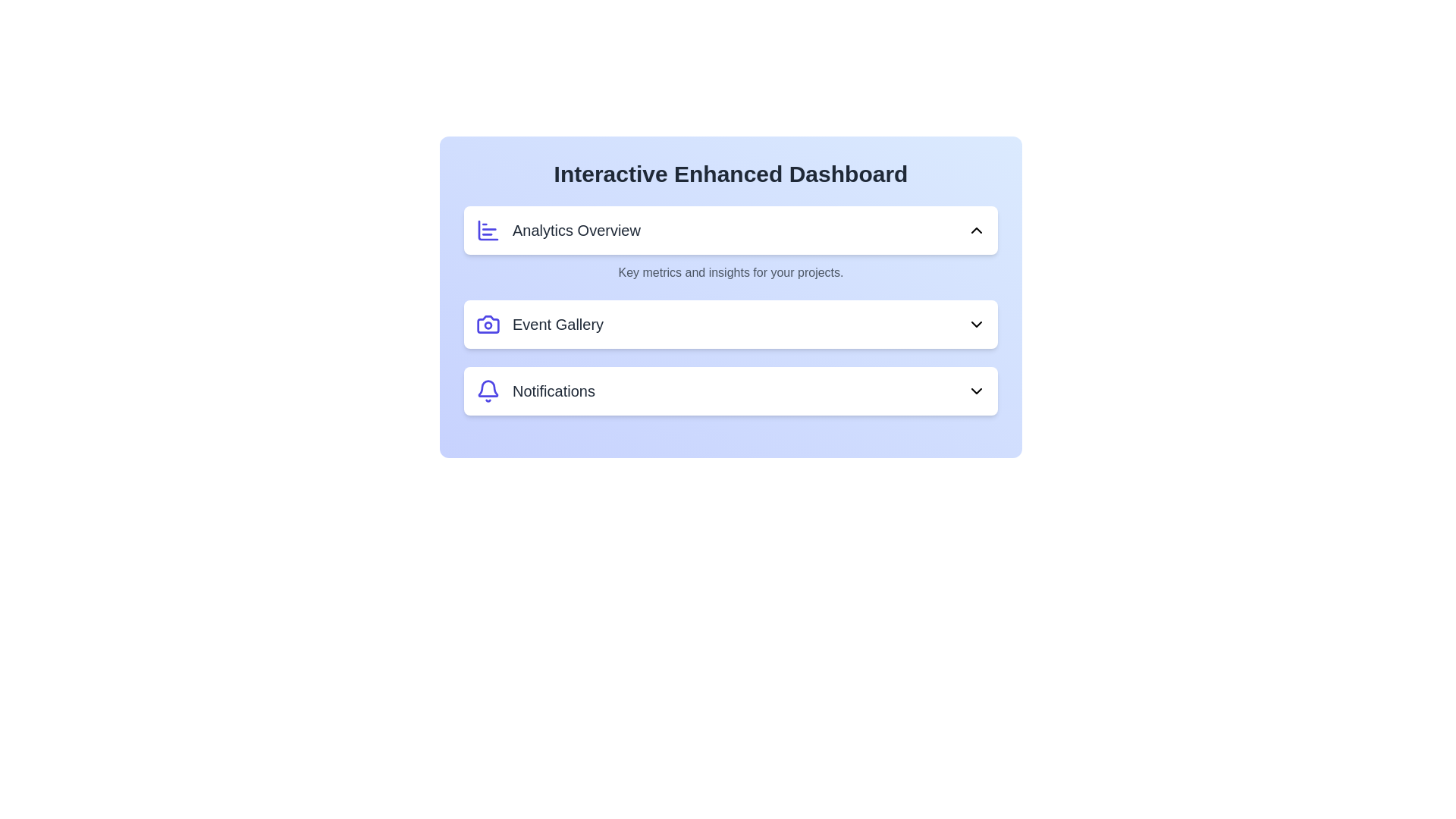  Describe the element at coordinates (488, 324) in the screenshot. I see `the icon of the Event Gallery section` at that location.